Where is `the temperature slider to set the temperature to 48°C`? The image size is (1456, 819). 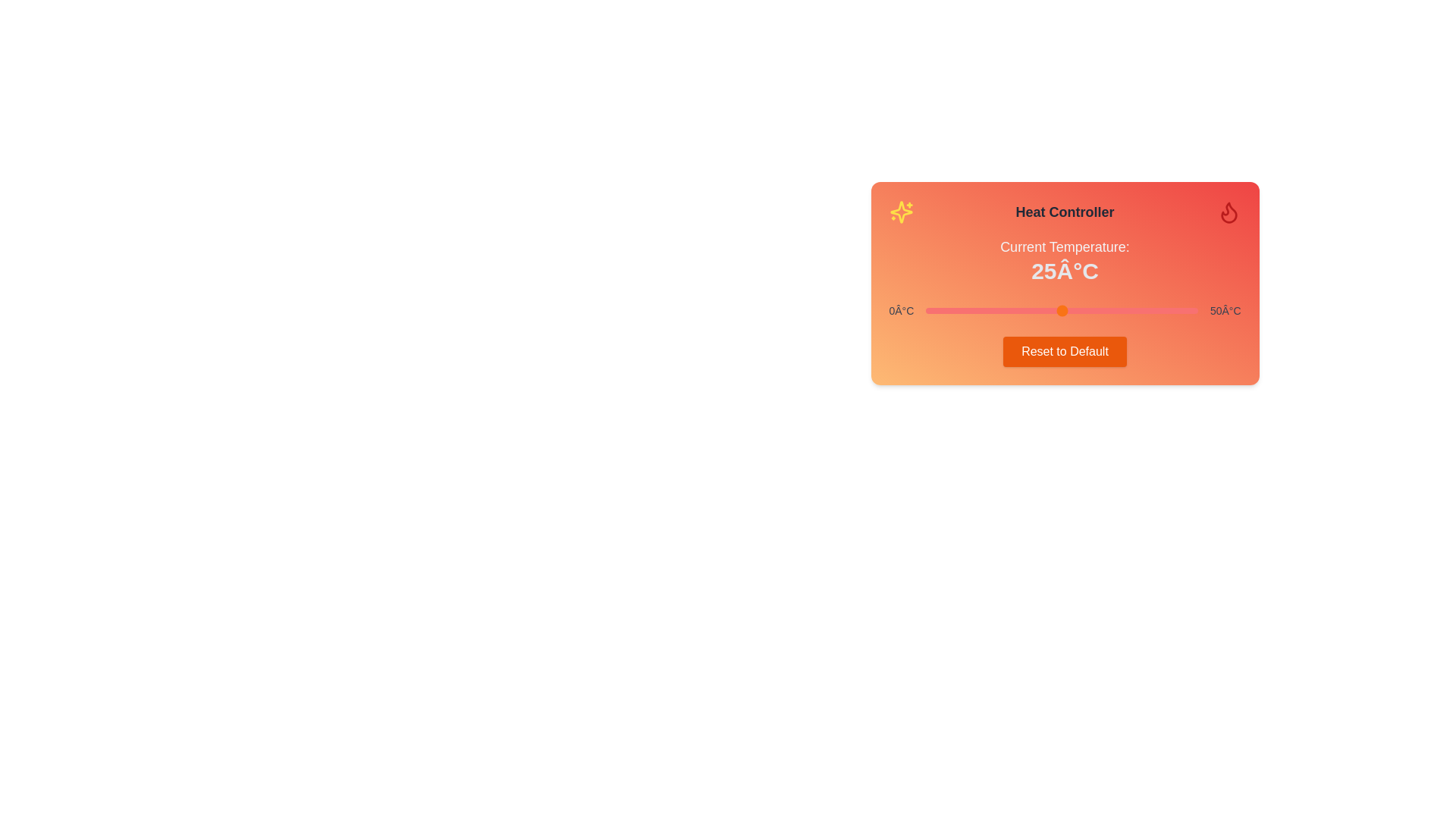 the temperature slider to set the temperature to 48°C is located at coordinates (1185, 309).